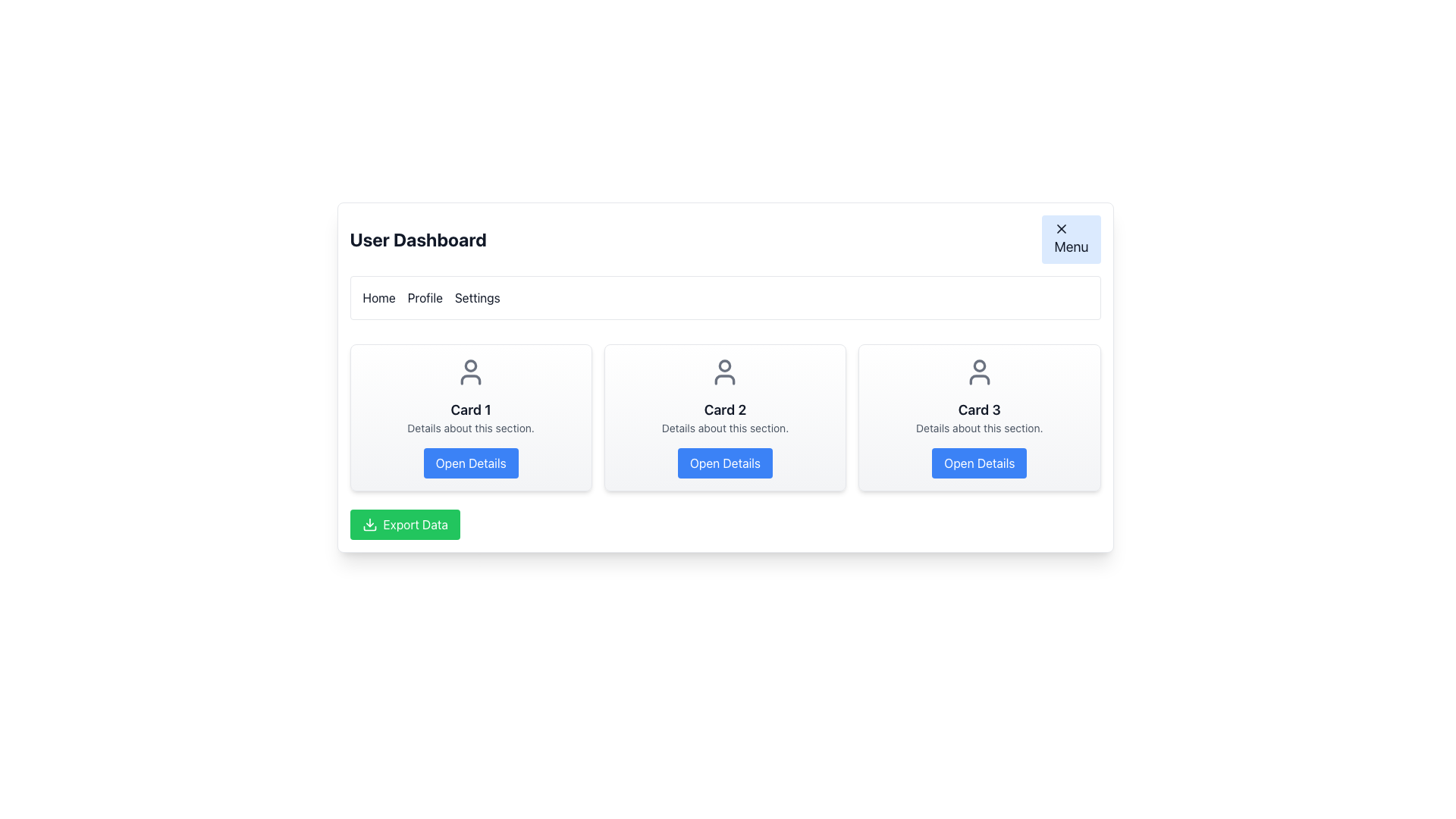 The image size is (1456, 819). I want to click on the medium-sized circular icon resembling a user outline with a muted gray color located at the top center of 'Card 3', so click(979, 372).